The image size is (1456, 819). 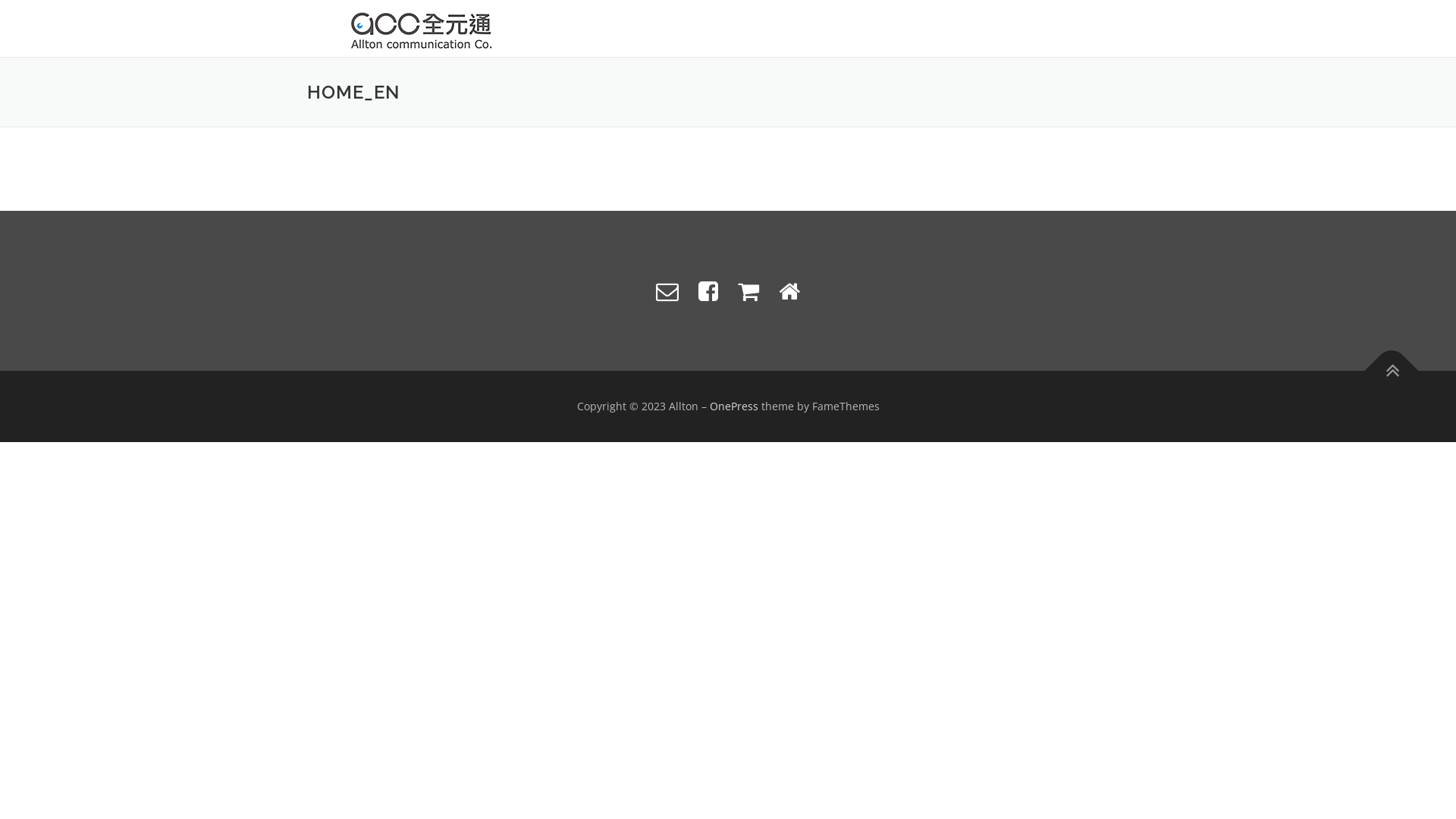 I want to click on 'email', so click(x=667, y=290).